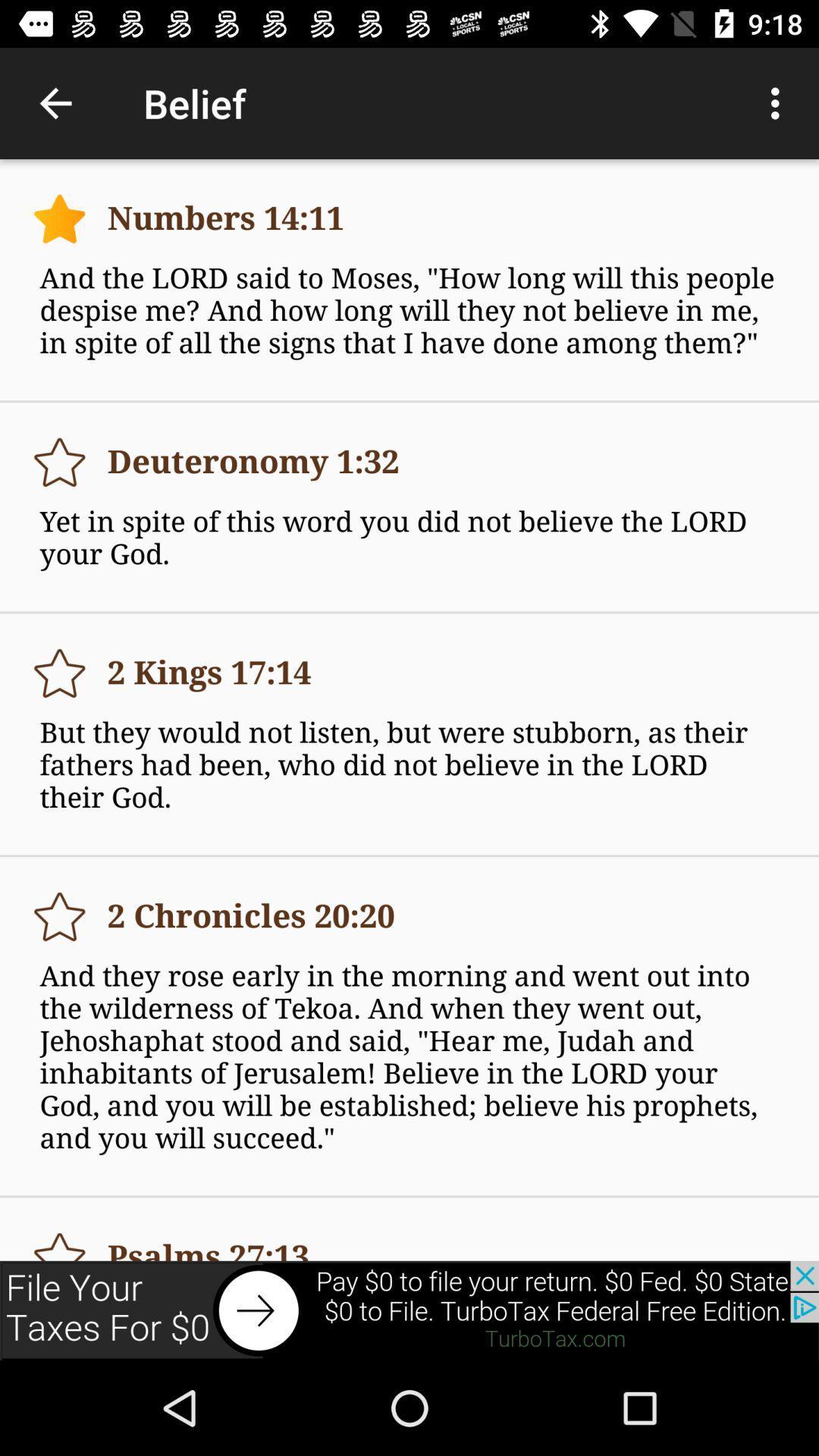 The image size is (819, 1456). I want to click on to favorites, so click(58, 461).